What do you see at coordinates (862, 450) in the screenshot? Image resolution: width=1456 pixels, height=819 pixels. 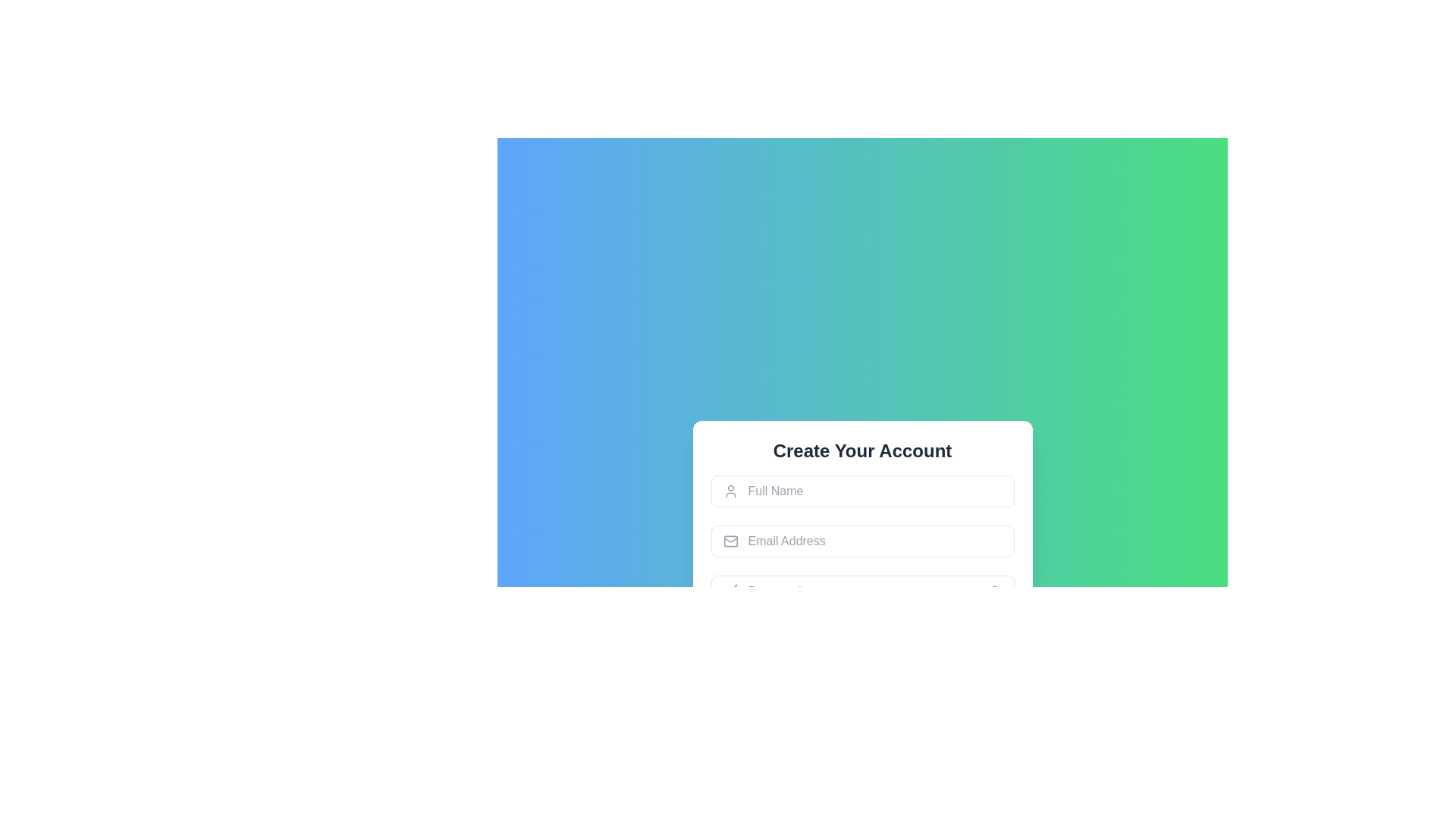 I see `the prominent and bold text label displaying 'Create Your Account', which is centered horizontally in a white, rounded box at the topmost position` at bounding box center [862, 450].